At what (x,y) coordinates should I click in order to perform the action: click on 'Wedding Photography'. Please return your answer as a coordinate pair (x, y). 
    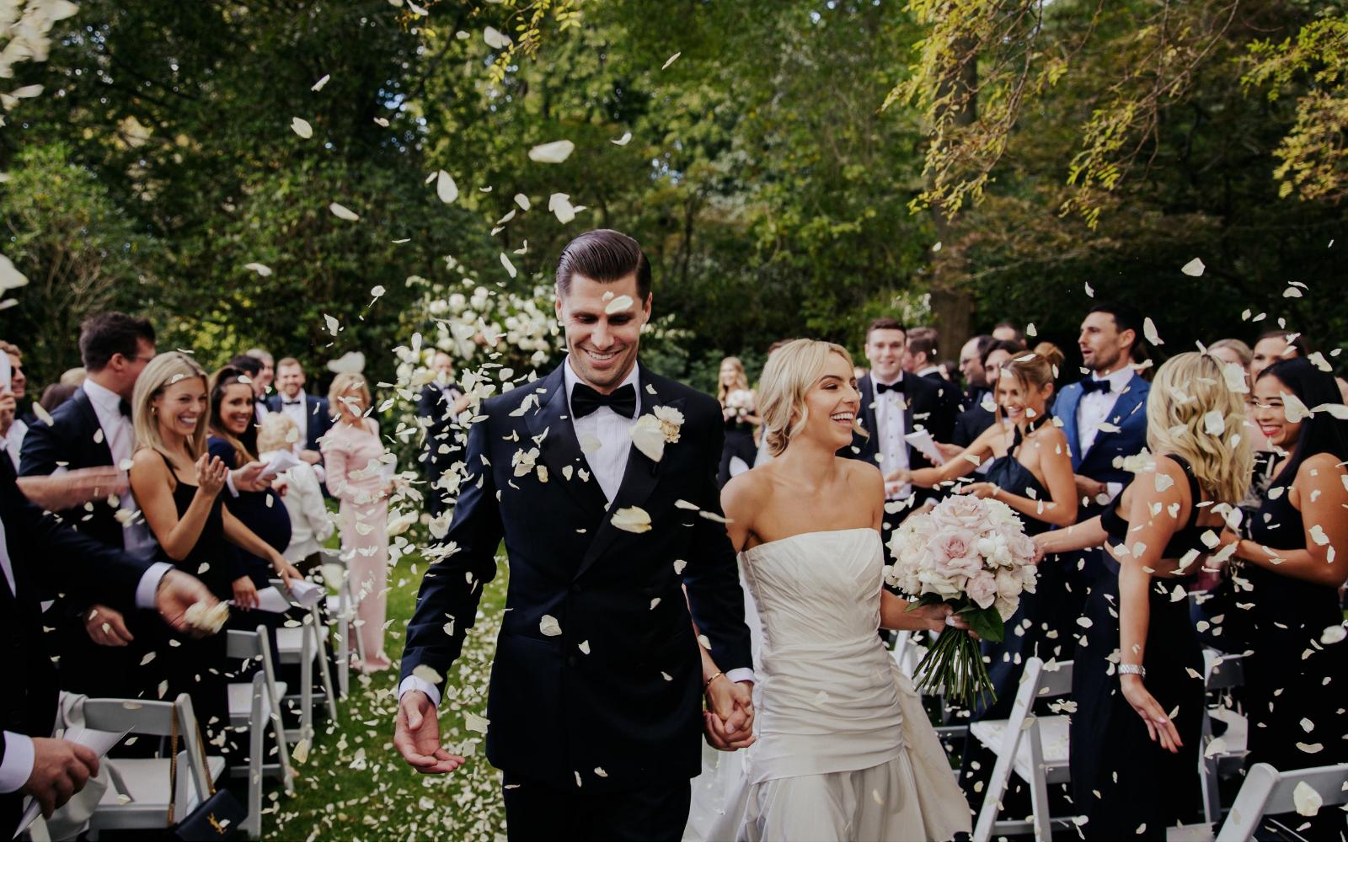
    Looking at the image, I should click on (559, 169).